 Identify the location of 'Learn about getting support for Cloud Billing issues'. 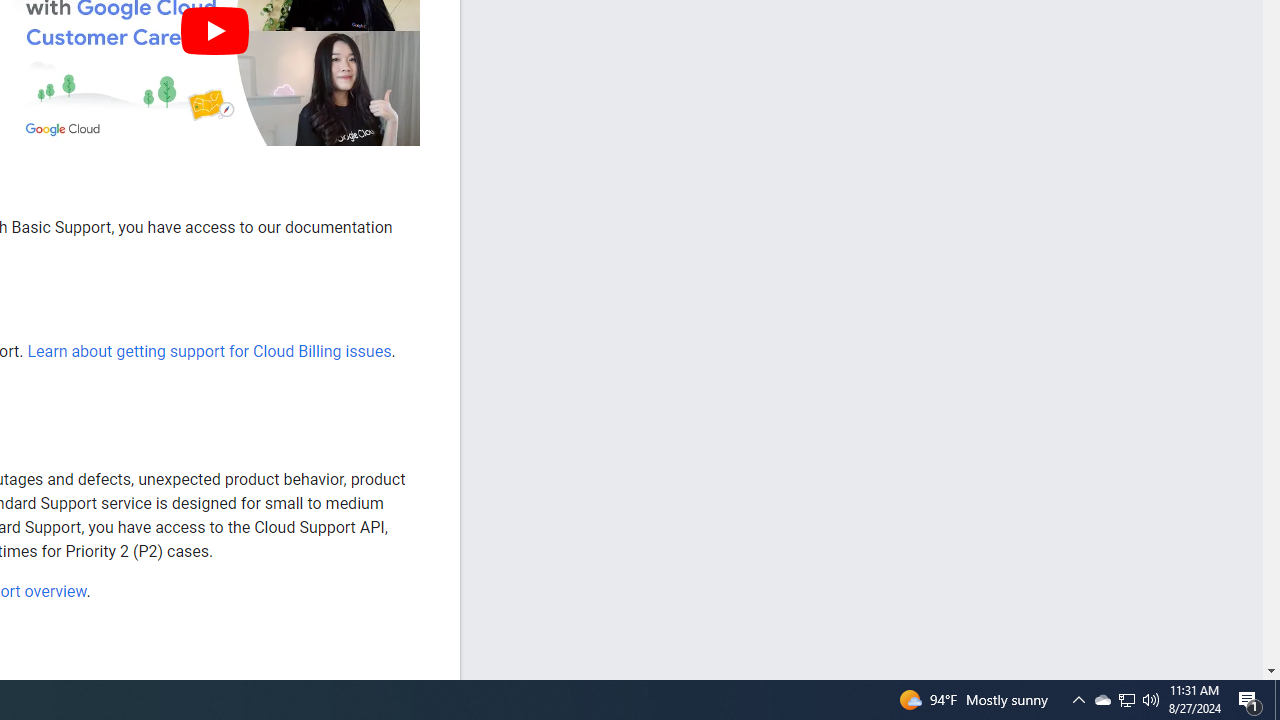
(209, 350).